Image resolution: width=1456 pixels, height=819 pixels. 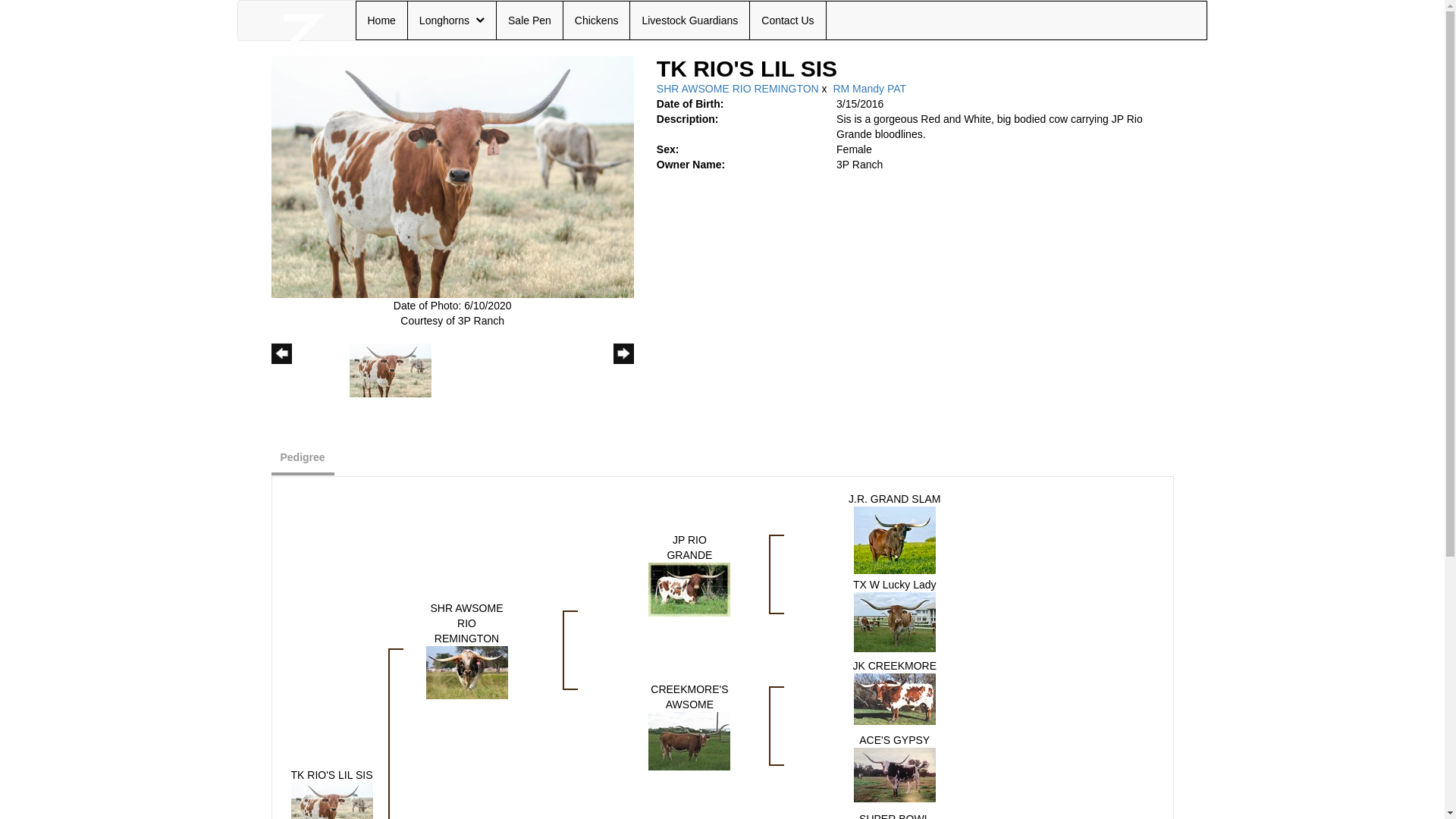 I want to click on '>', so click(x=623, y=369).